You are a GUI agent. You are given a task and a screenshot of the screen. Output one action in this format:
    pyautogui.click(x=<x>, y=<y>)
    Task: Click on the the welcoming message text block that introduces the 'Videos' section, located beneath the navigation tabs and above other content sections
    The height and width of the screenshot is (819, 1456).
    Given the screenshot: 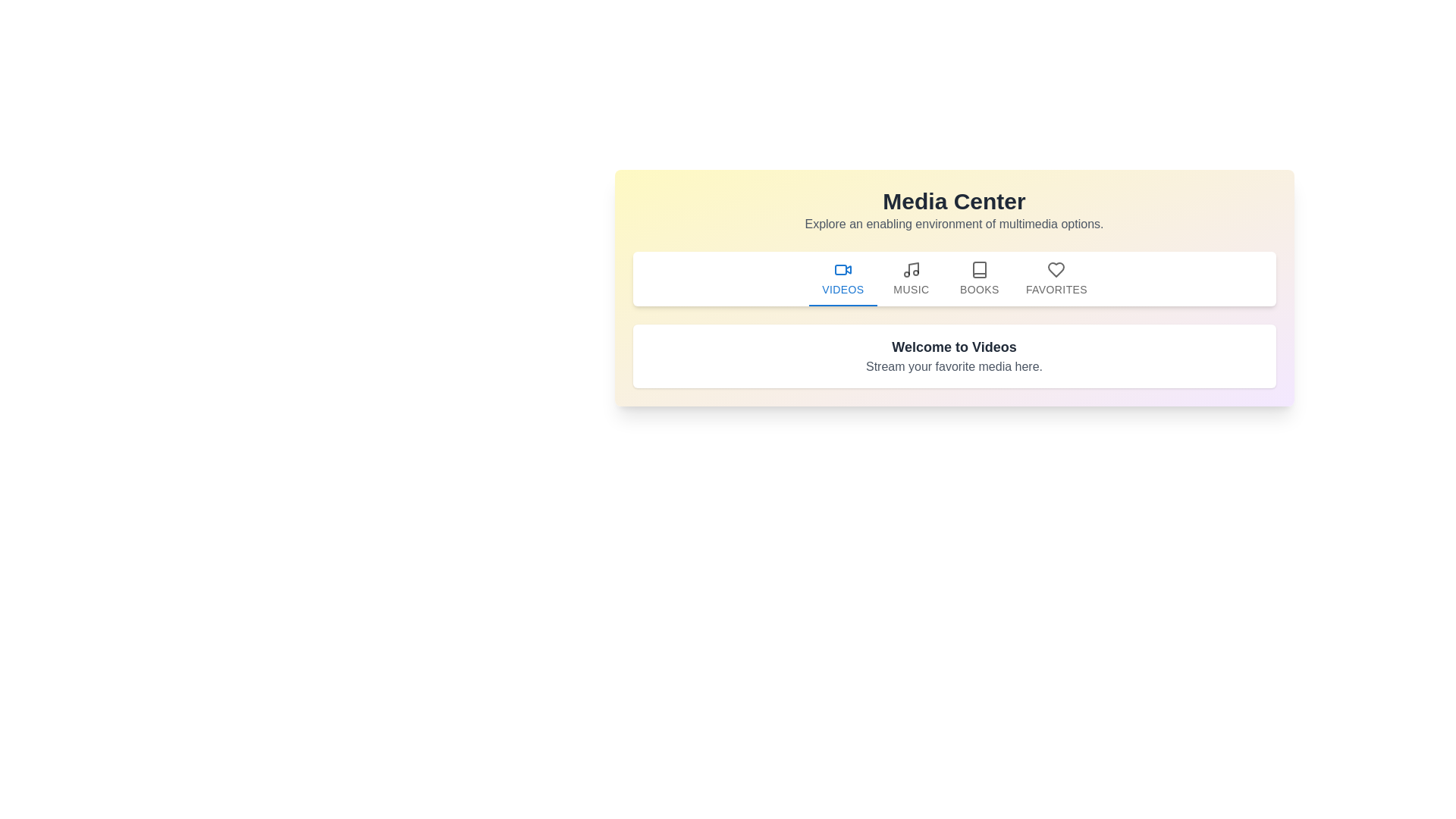 What is the action you would take?
    pyautogui.click(x=953, y=356)
    